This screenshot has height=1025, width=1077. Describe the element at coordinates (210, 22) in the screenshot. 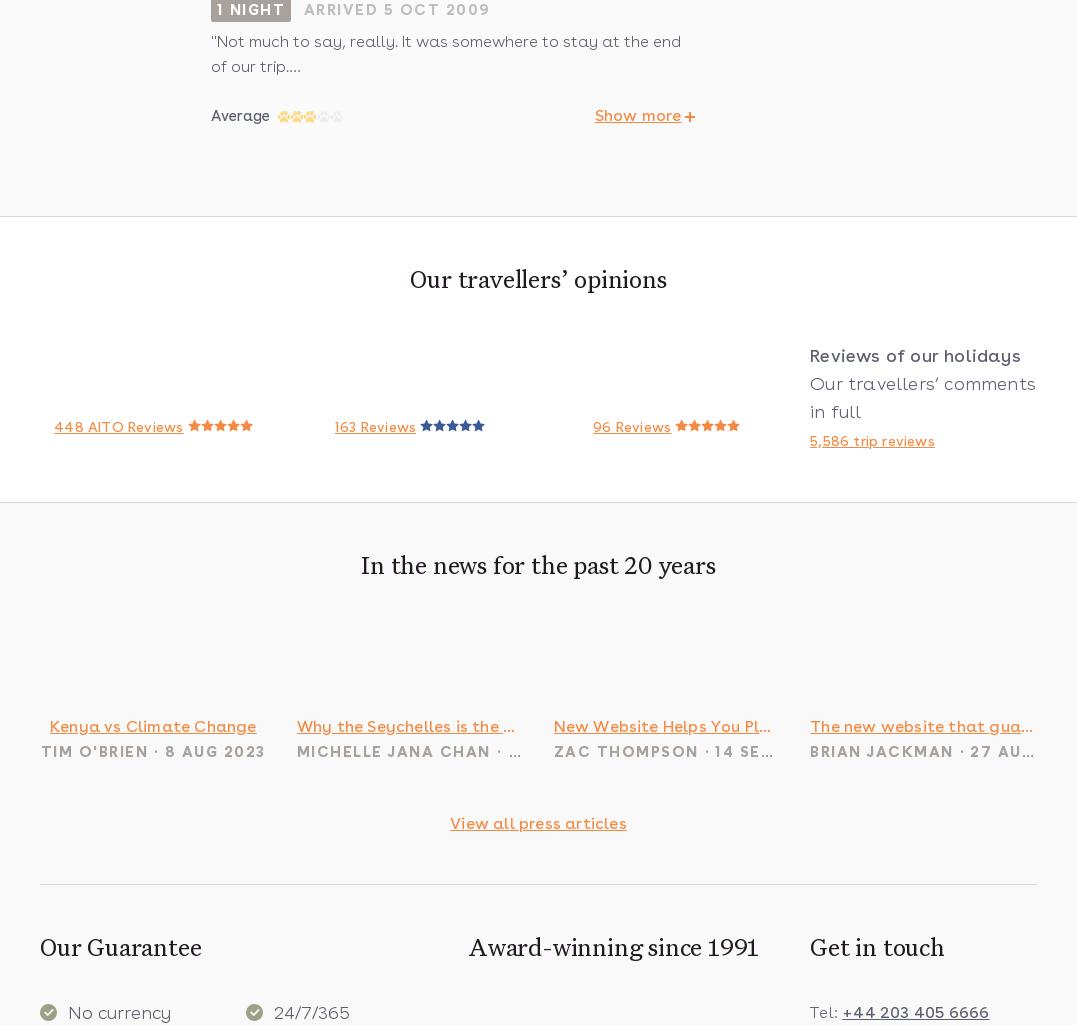

I see `'No 'host' here so first hand knowledge on tap. Food was again very good - although not Norman Carr standard."'` at that location.